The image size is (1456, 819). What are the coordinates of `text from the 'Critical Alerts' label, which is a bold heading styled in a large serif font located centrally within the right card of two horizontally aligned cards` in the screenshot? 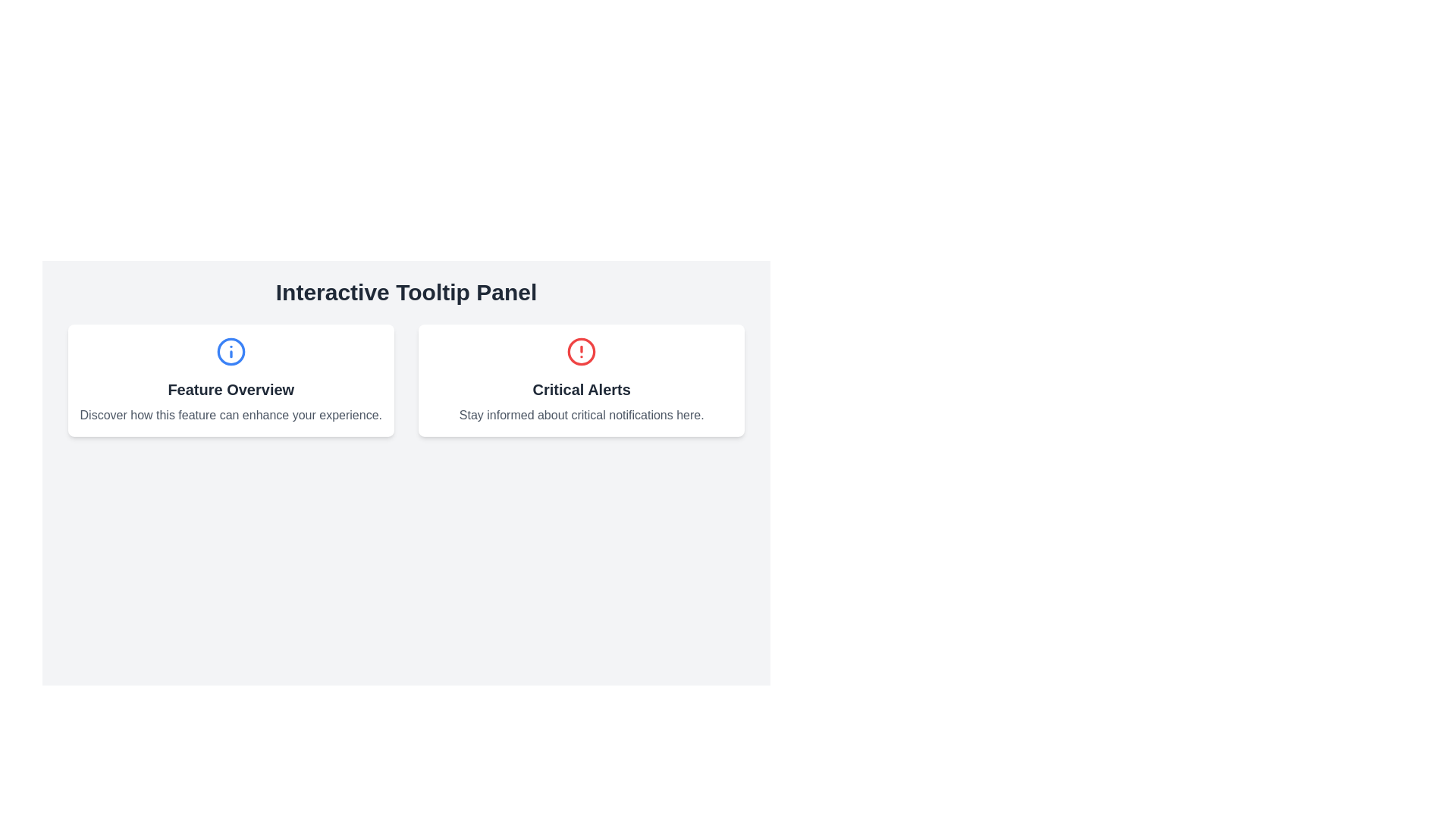 It's located at (581, 388).